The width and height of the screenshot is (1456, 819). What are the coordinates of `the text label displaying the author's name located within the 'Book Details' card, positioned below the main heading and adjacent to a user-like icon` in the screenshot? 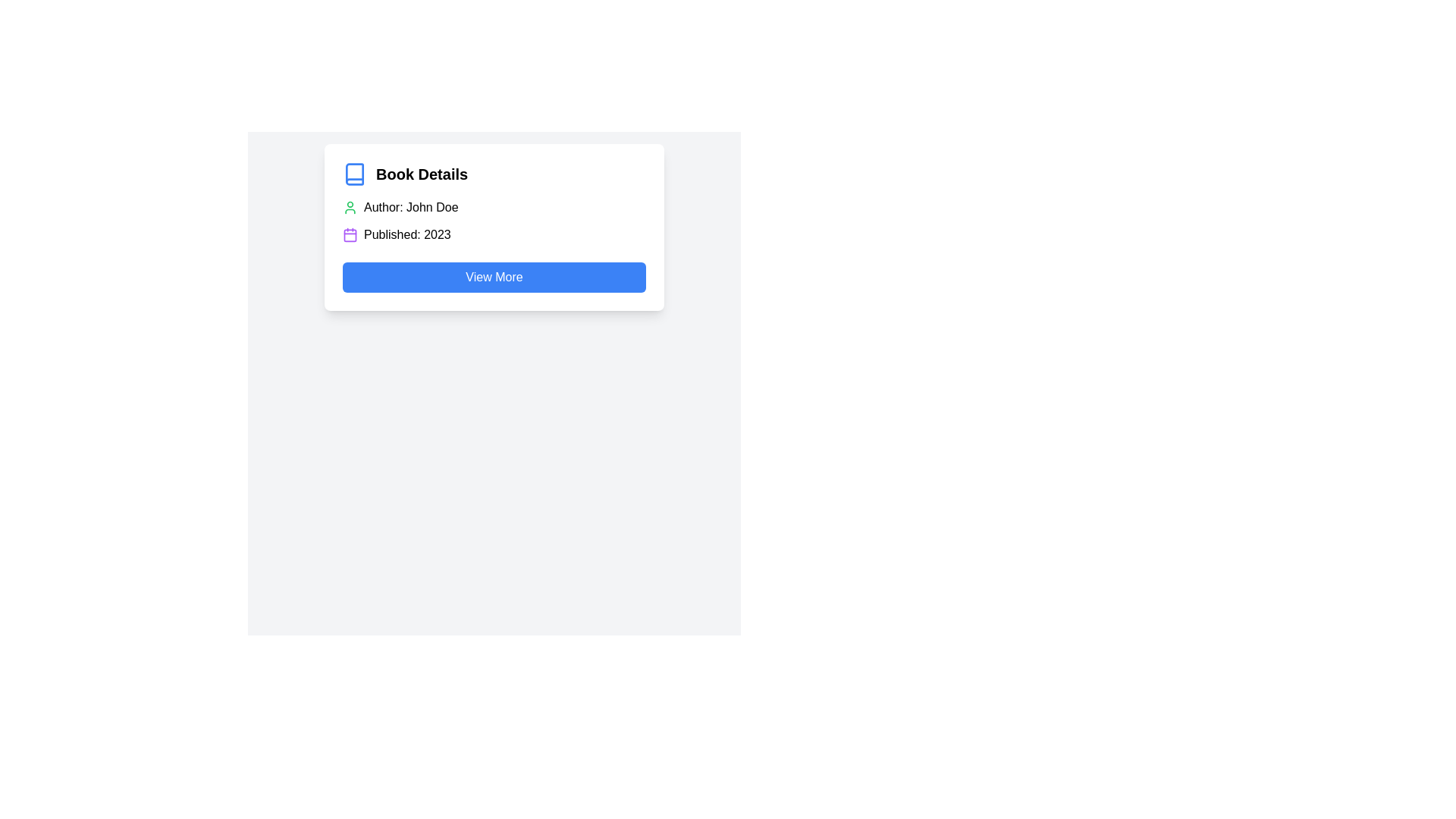 It's located at (411, 207).